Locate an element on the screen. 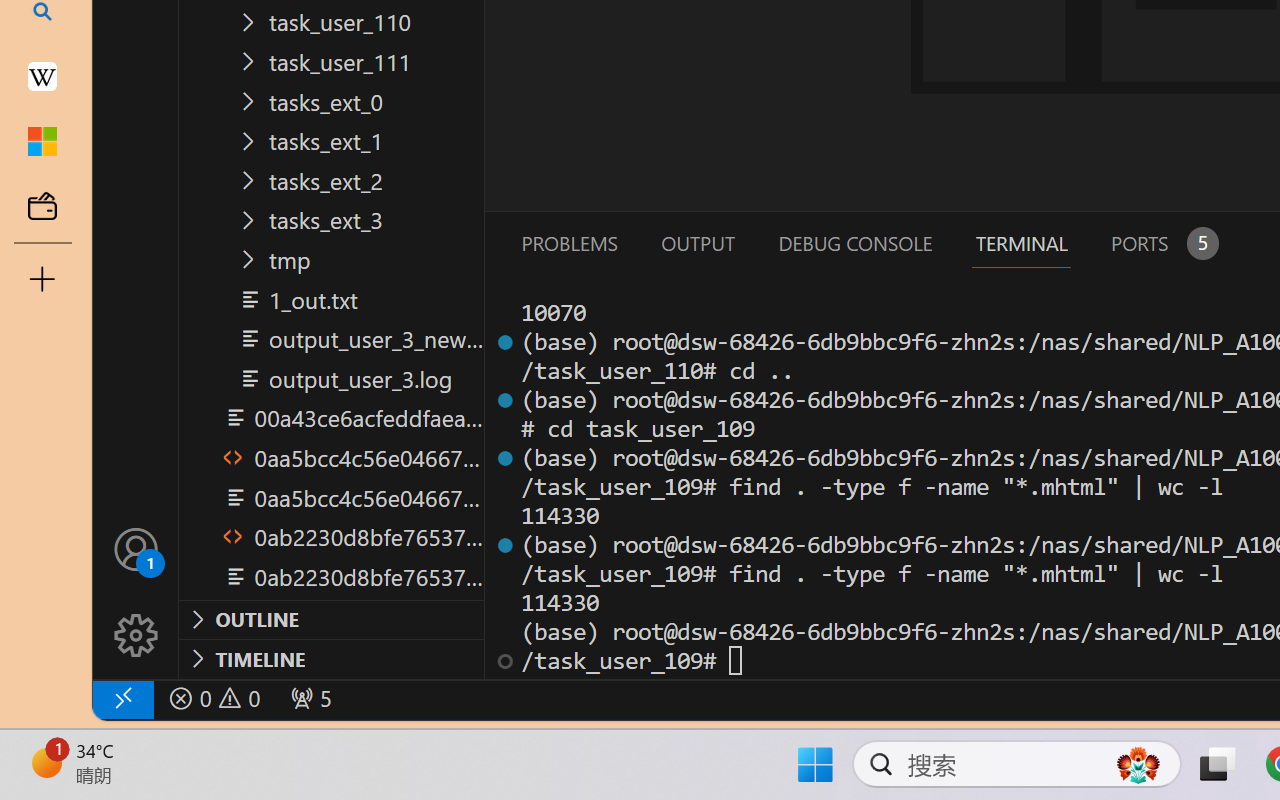 The width and height of the screenshot is (1280, 800). 'Forwarded Ports: 36301, 47065, 38781, 45817, 50331' is located at coordinates (308, 698).